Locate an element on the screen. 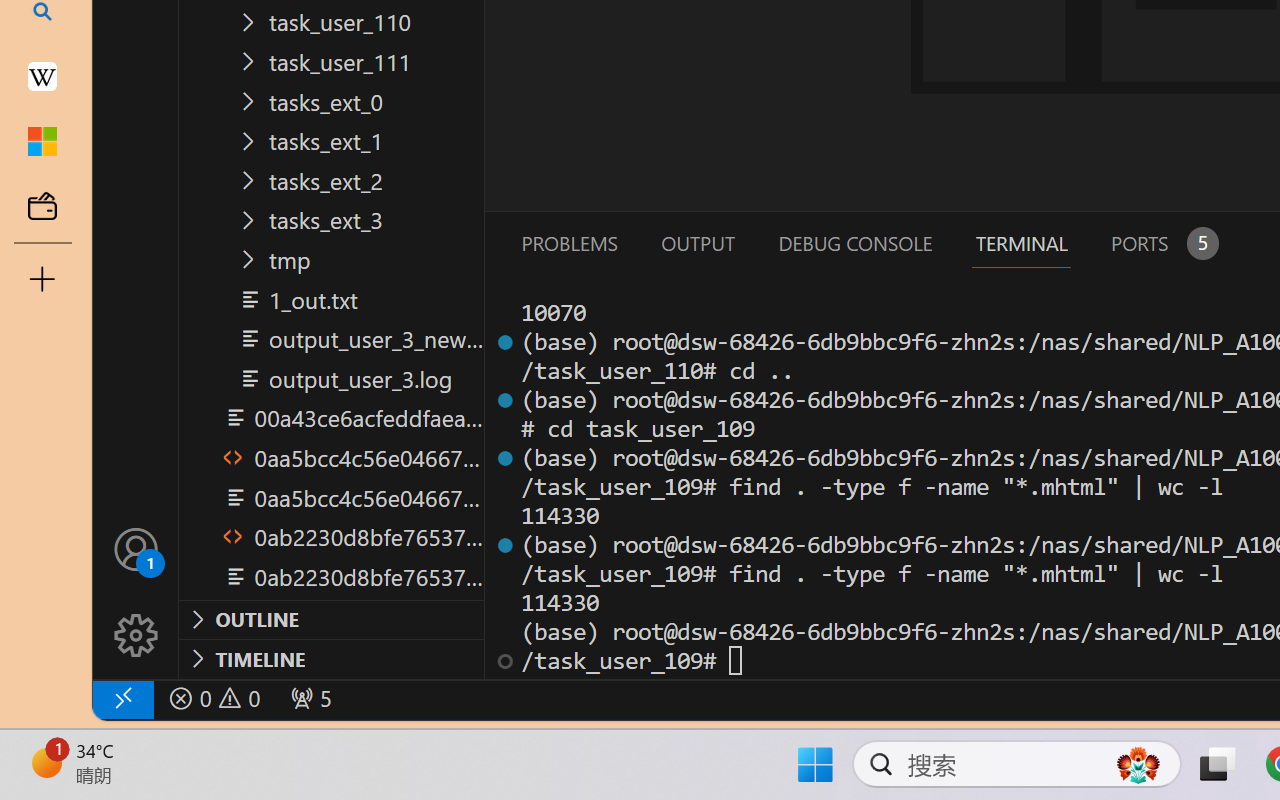 The width and height of the screenshot is (1280, 800). 'Forwarded Ports: 36301, 47065, 38781, 45817, 50331' is located at coordinates (308, 698).